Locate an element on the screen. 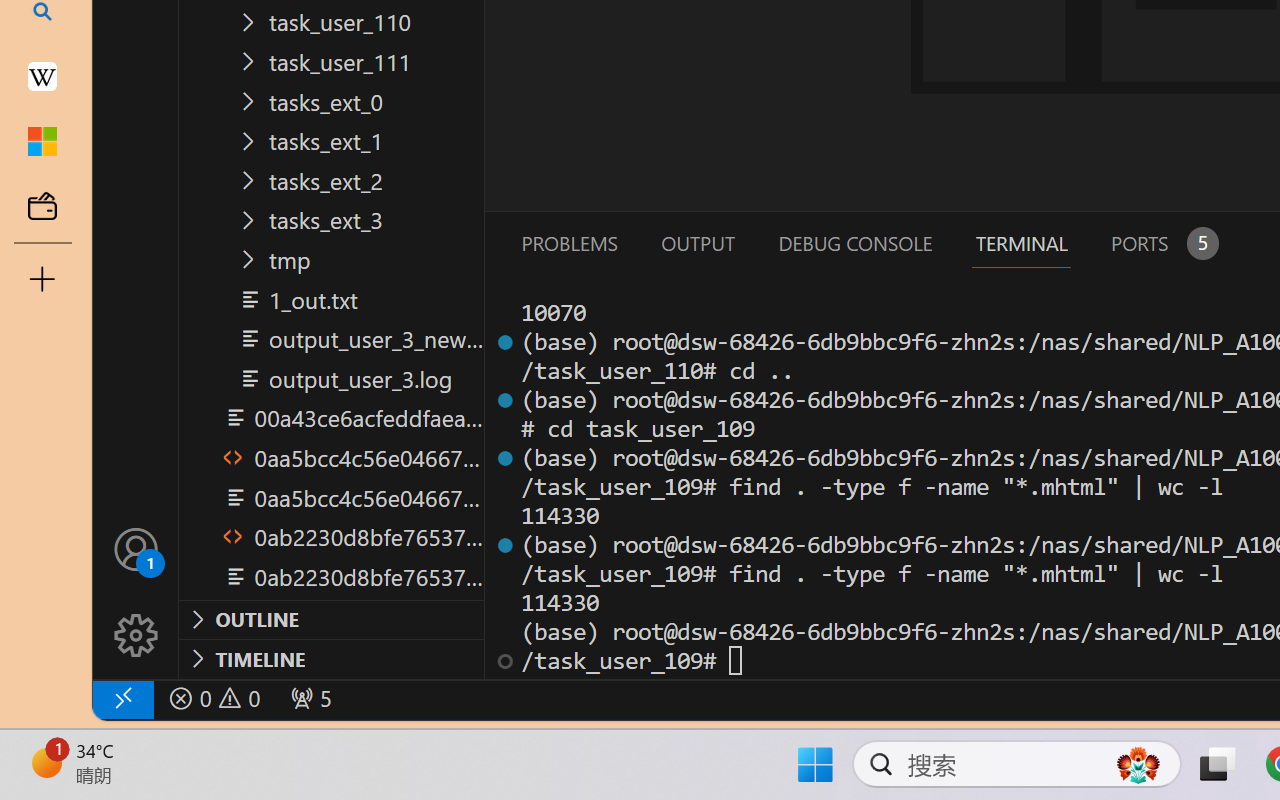 The width and height of the screenshot is (1280, 800). 'Forwarded Ports: 36301, 47065, 38781, 45817, 50331' is located at coordinates (308, 698).